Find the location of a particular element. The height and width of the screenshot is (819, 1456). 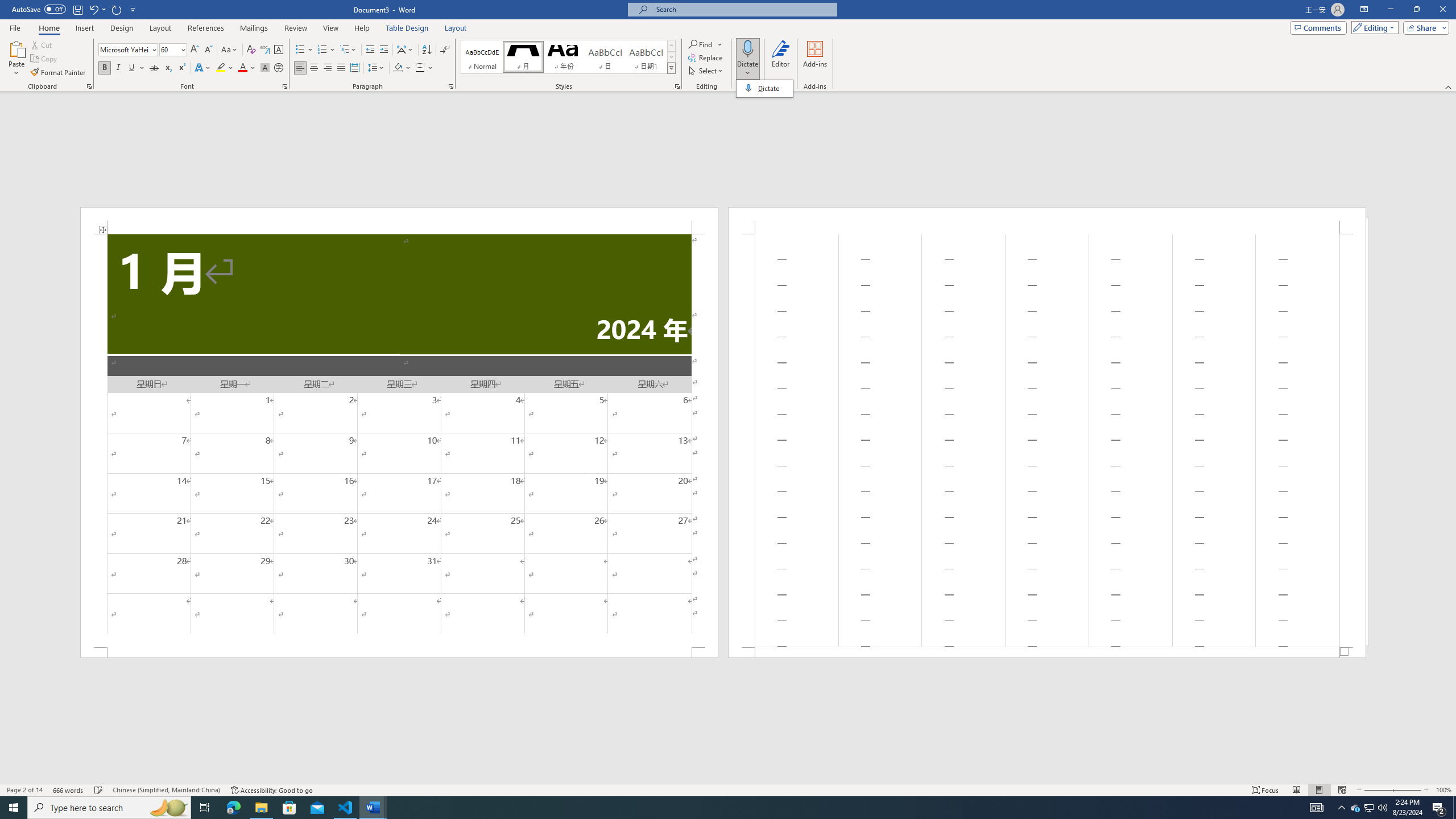

'Bold' is located at coordinates (104, 67).